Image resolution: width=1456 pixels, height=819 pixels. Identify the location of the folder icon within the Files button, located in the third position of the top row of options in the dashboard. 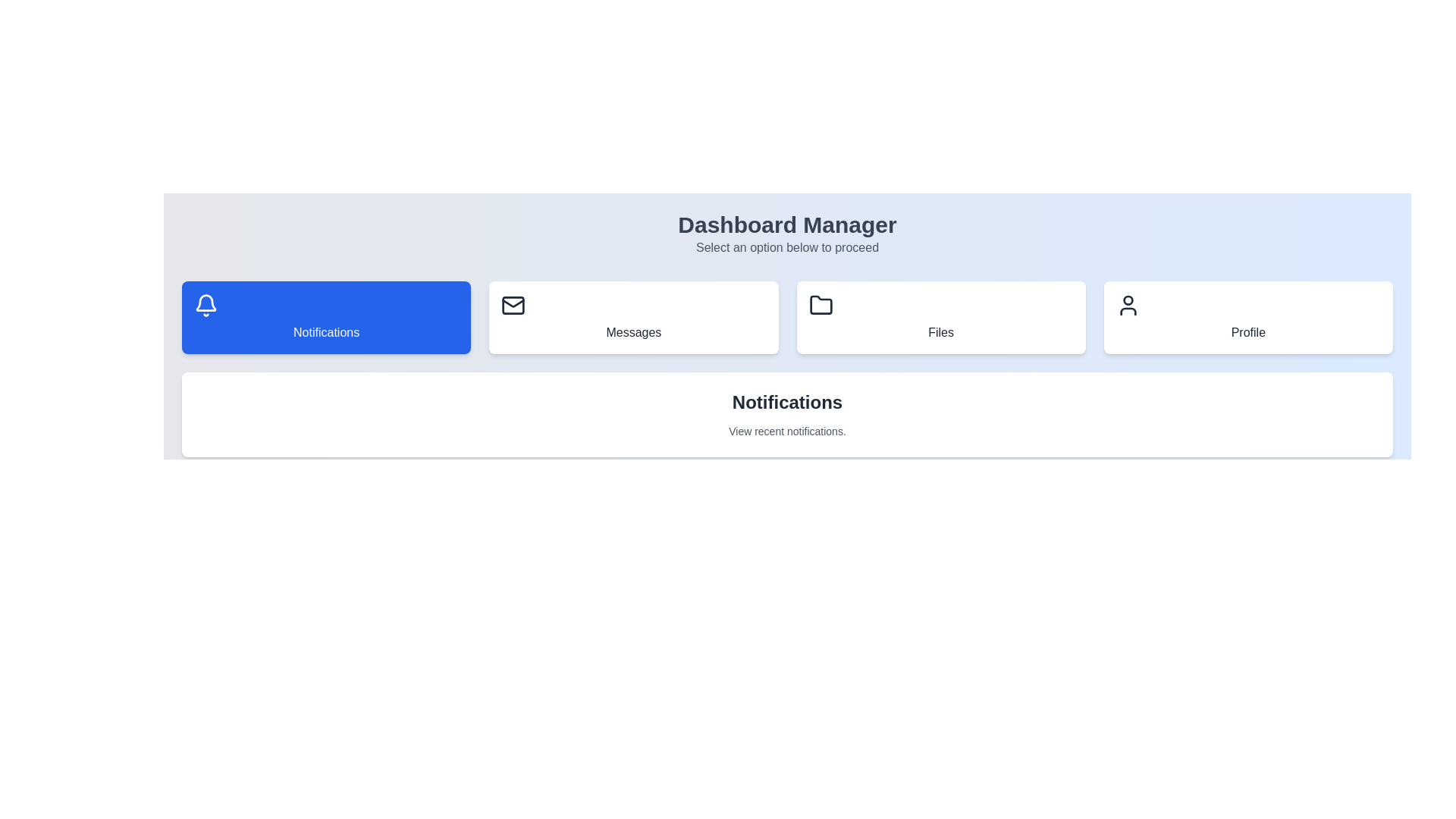
(820, 305).